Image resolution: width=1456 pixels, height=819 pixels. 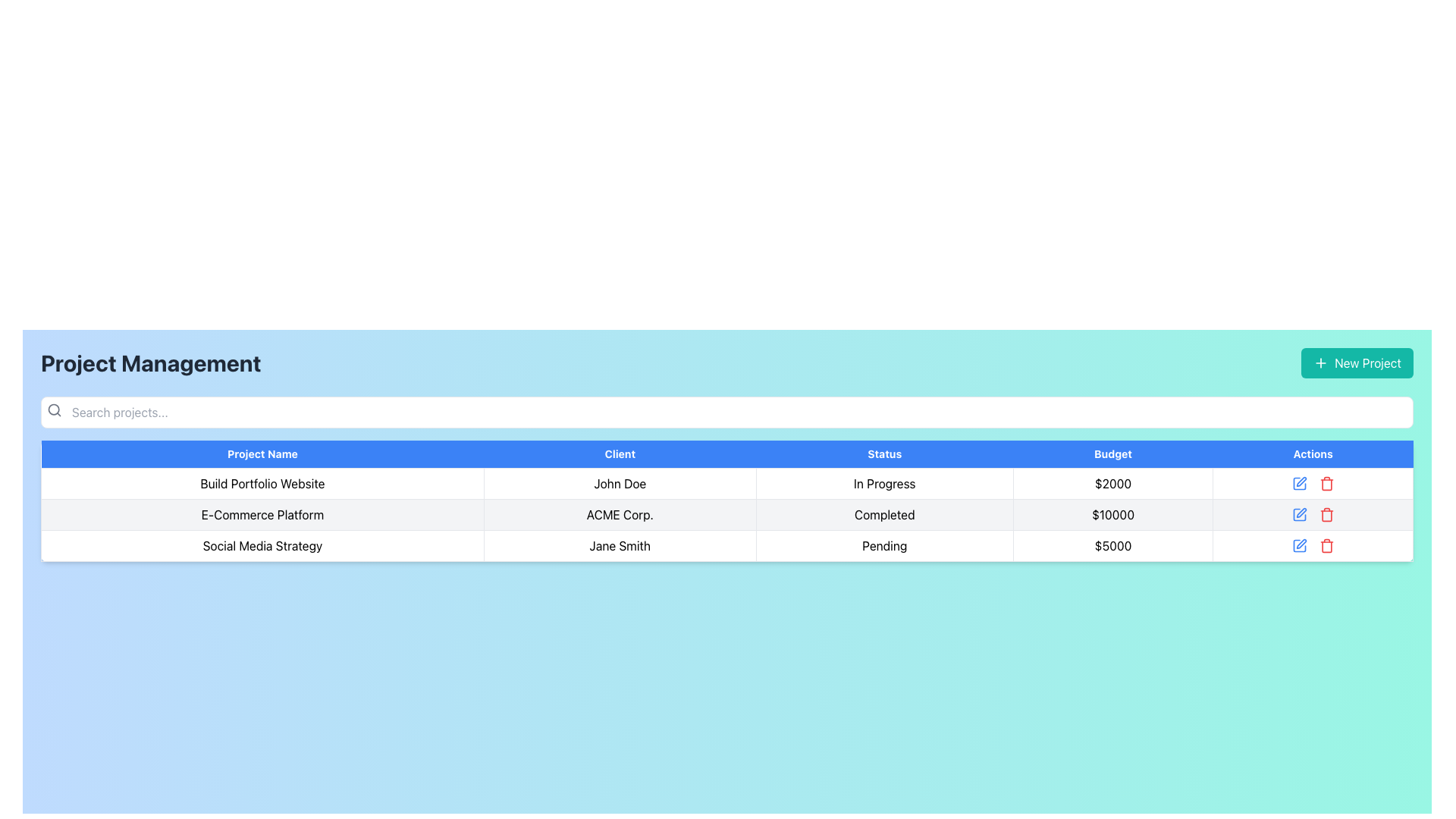 I want to click on the bold, large-sized text heading displaying 'Project Management' in dark gray color, located at the top-left corner of the interface above the search bar, so click(x=151, y=362).